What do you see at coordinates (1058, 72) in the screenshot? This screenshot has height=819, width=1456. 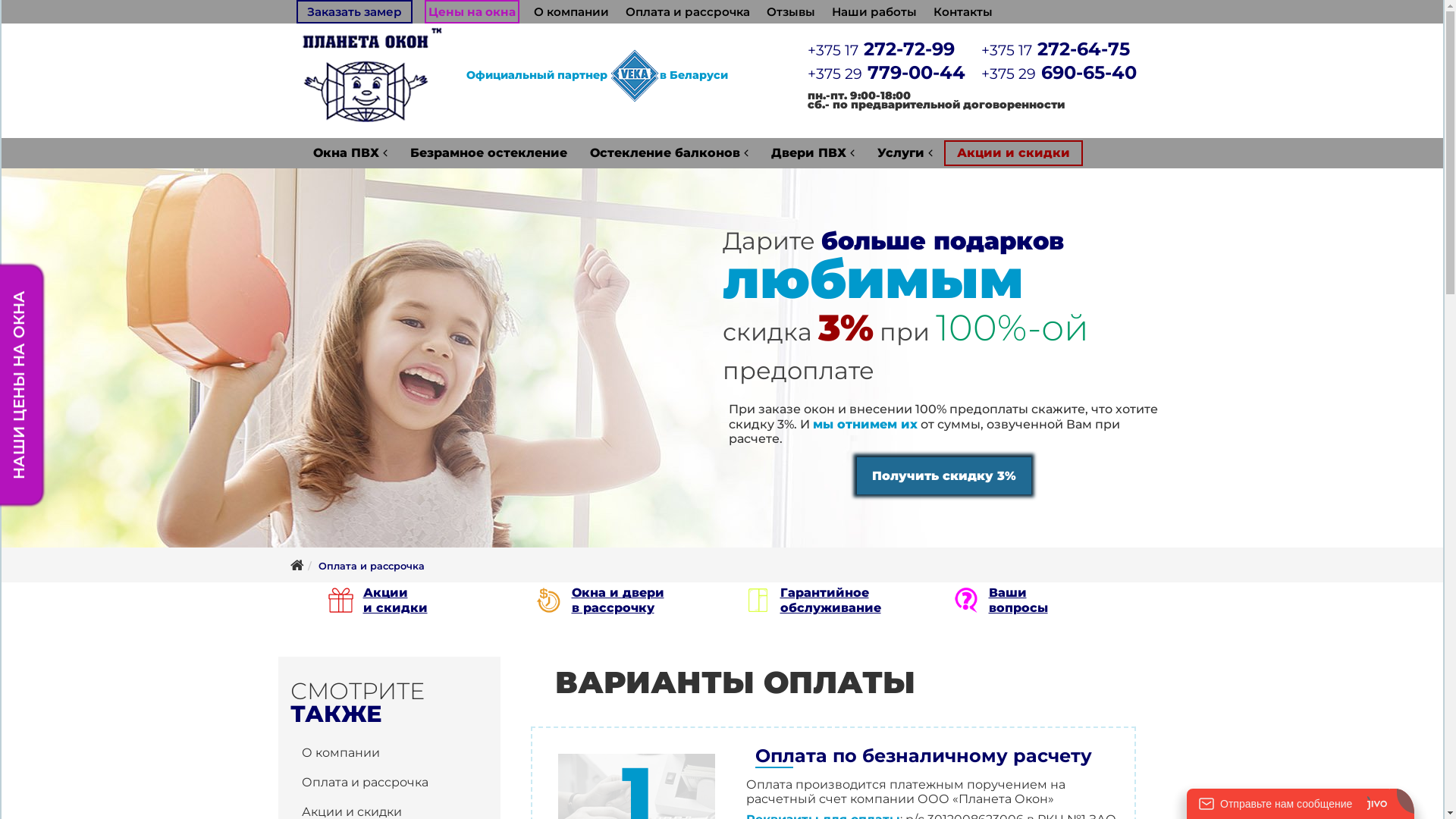 I see `'+375 29 690-65-40'` at bounding box center [1058, 72].